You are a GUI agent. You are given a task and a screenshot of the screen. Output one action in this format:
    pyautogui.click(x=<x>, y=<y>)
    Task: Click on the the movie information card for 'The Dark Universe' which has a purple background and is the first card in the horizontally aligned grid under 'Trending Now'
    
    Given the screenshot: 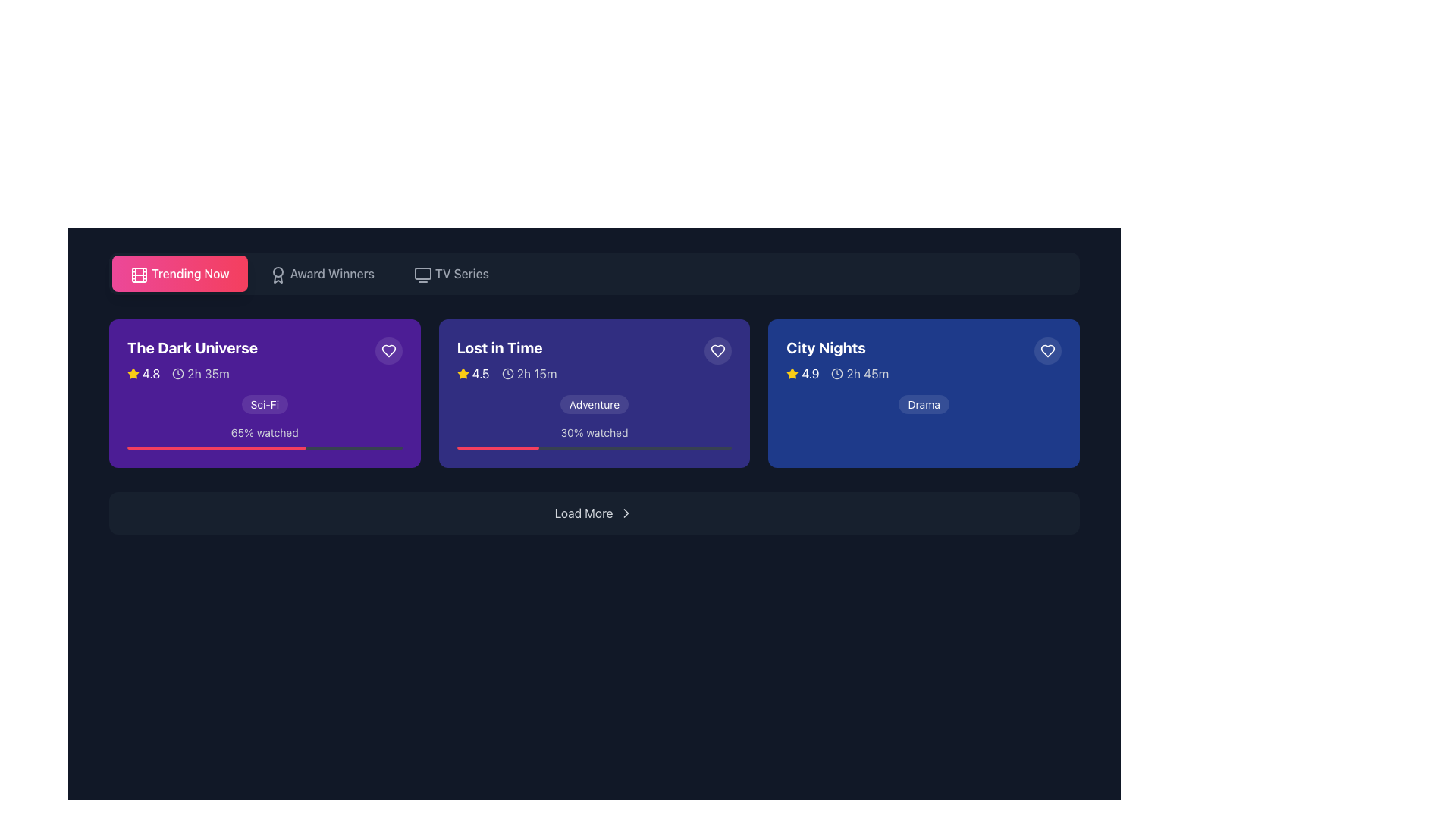 What is the action you would take?
    pyautogui.click(x=265, y=375)
    